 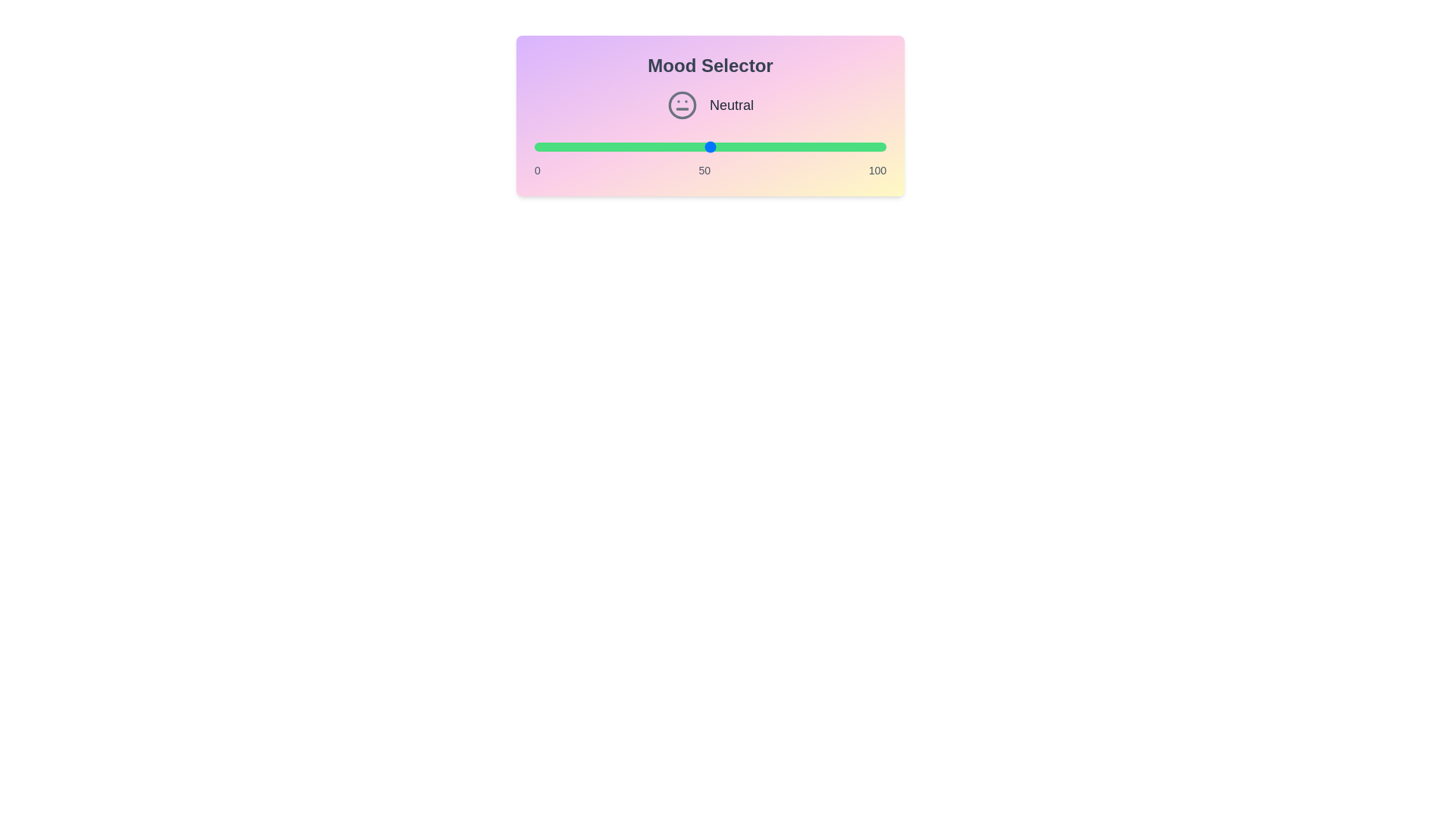 I want to click on the mood value to 42 by adjusting the slider, so click(x=681, y=146).